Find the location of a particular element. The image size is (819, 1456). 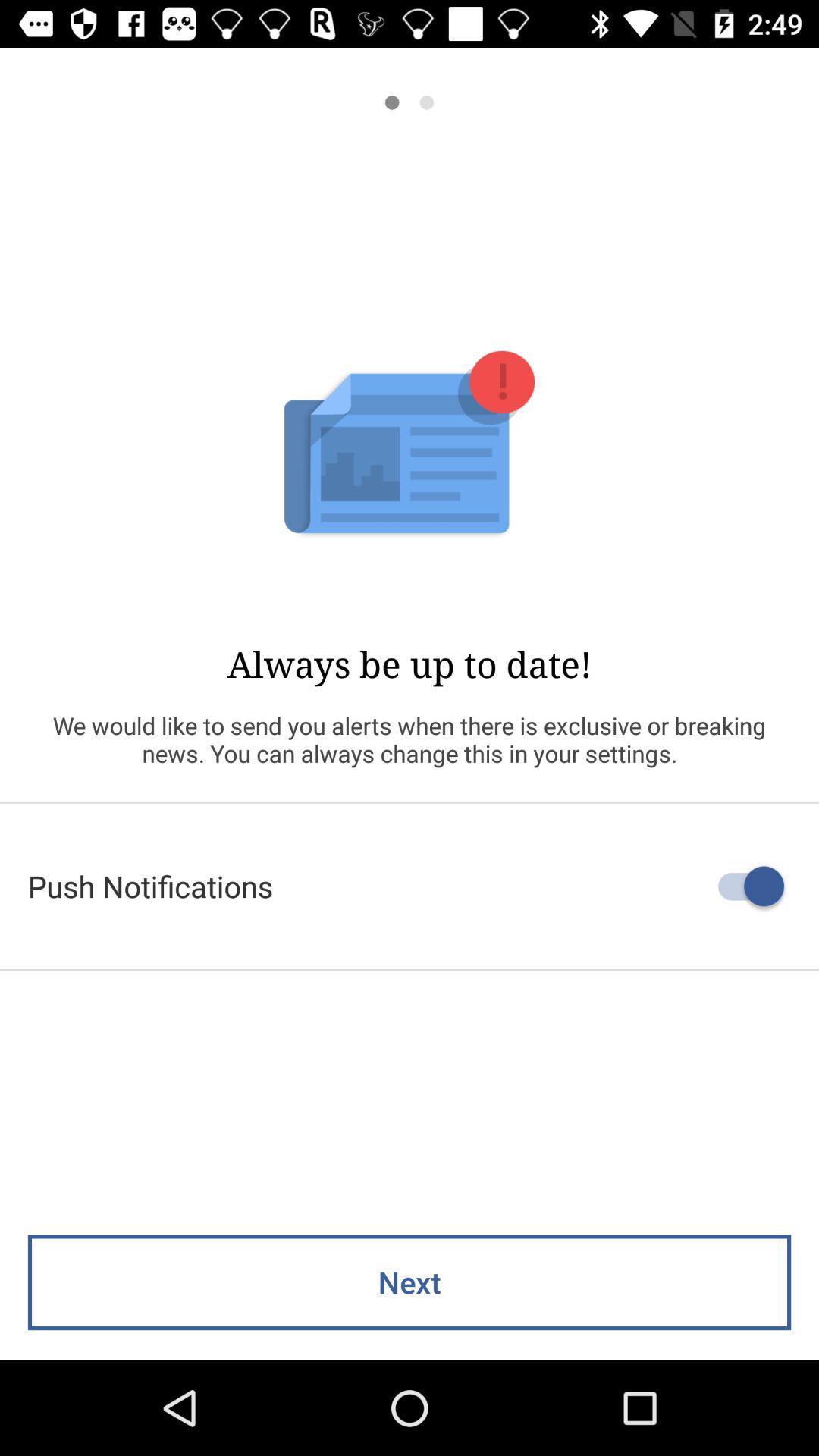

next is located at coordinates (409, 1282).